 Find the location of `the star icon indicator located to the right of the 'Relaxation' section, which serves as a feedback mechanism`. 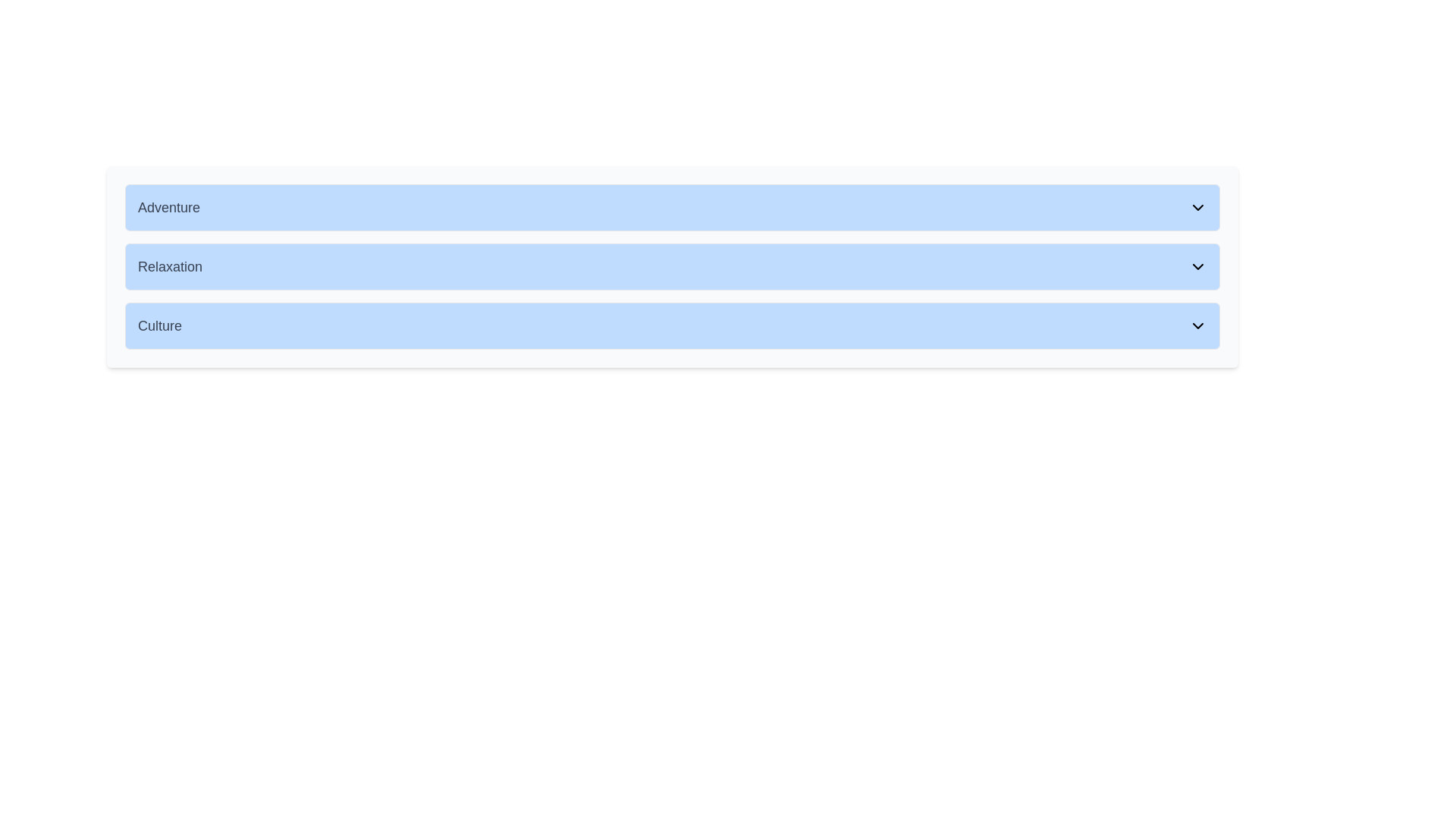

the star icon indicator located to the right of the 'Relaxation' section, which serves as a feedback mechanism is located at coordinates (1207, 261).